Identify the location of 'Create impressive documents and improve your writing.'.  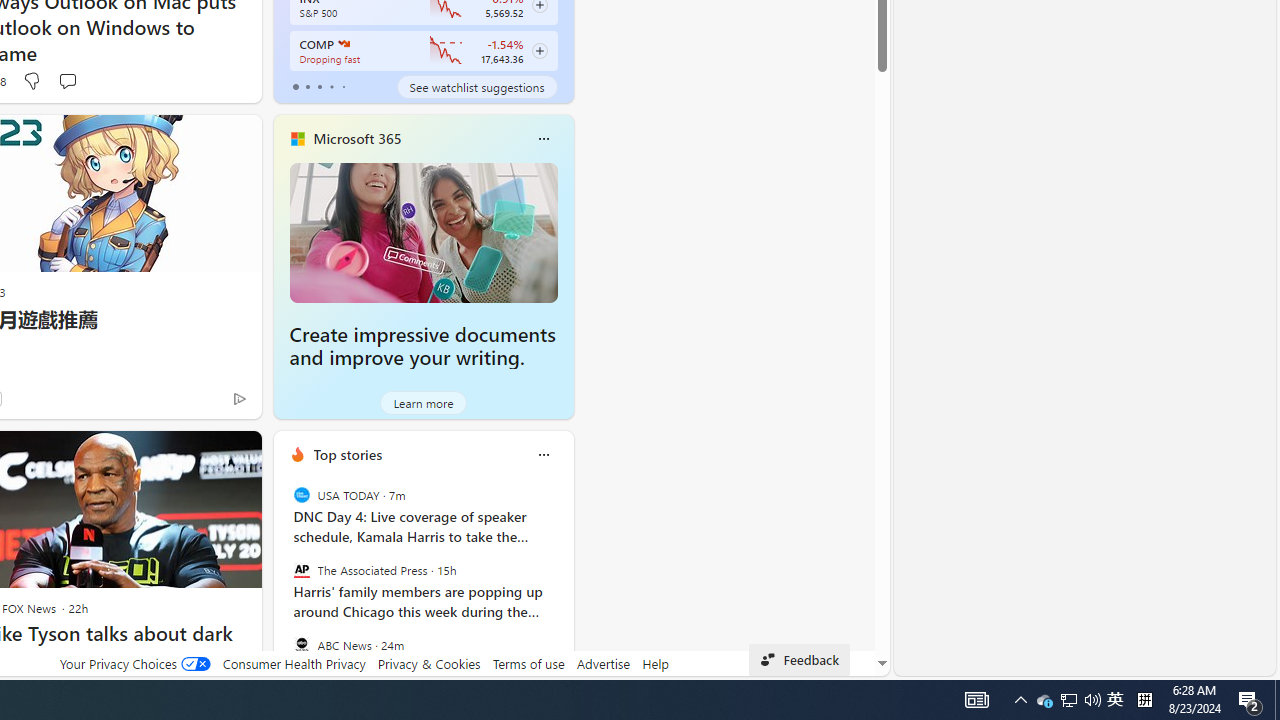
(422, 231).